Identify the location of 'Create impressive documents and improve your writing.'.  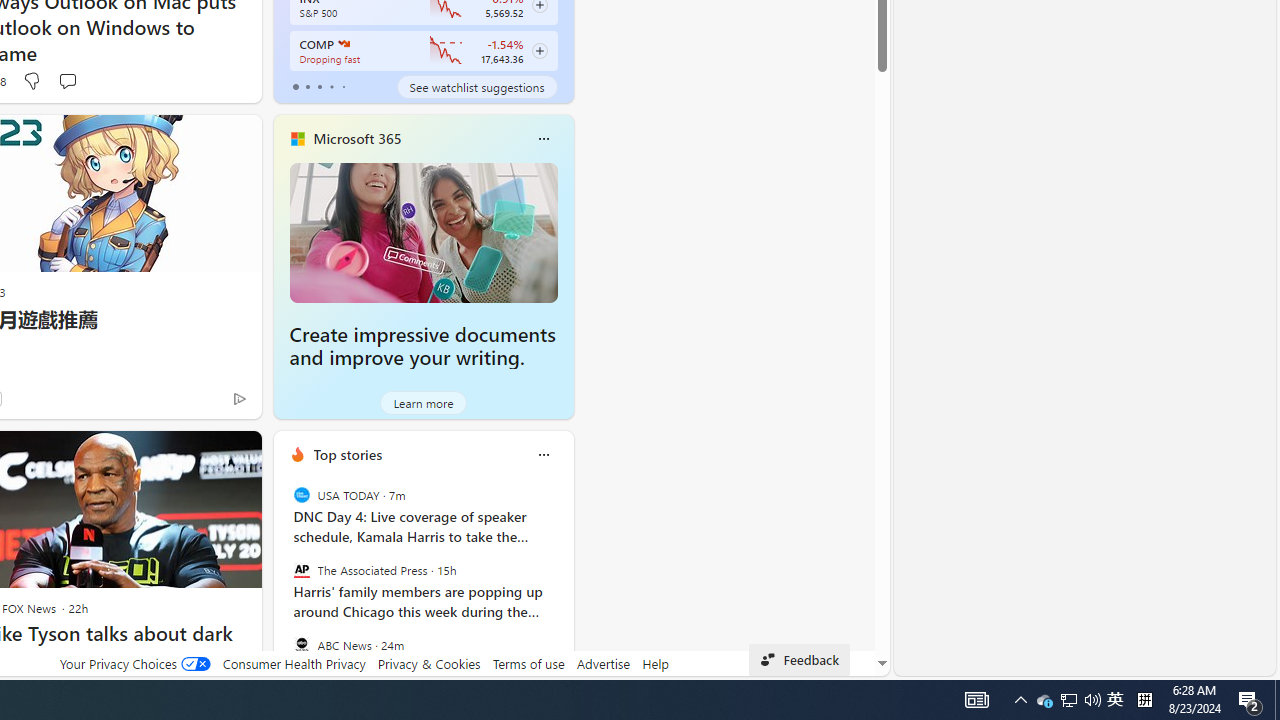
(422, 231).